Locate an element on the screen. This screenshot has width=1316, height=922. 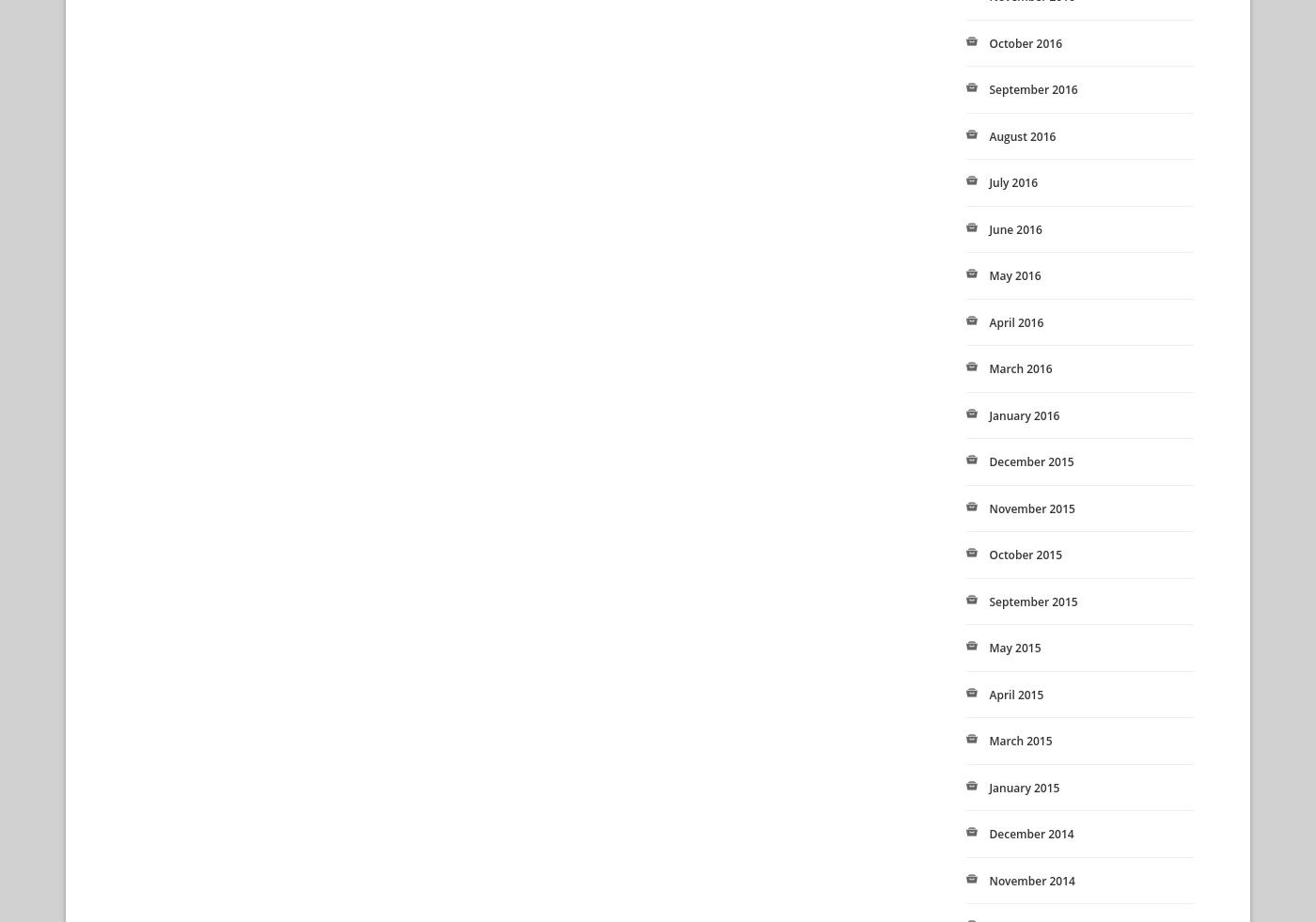
'September 2016' is located at coordinates (1033, 88).